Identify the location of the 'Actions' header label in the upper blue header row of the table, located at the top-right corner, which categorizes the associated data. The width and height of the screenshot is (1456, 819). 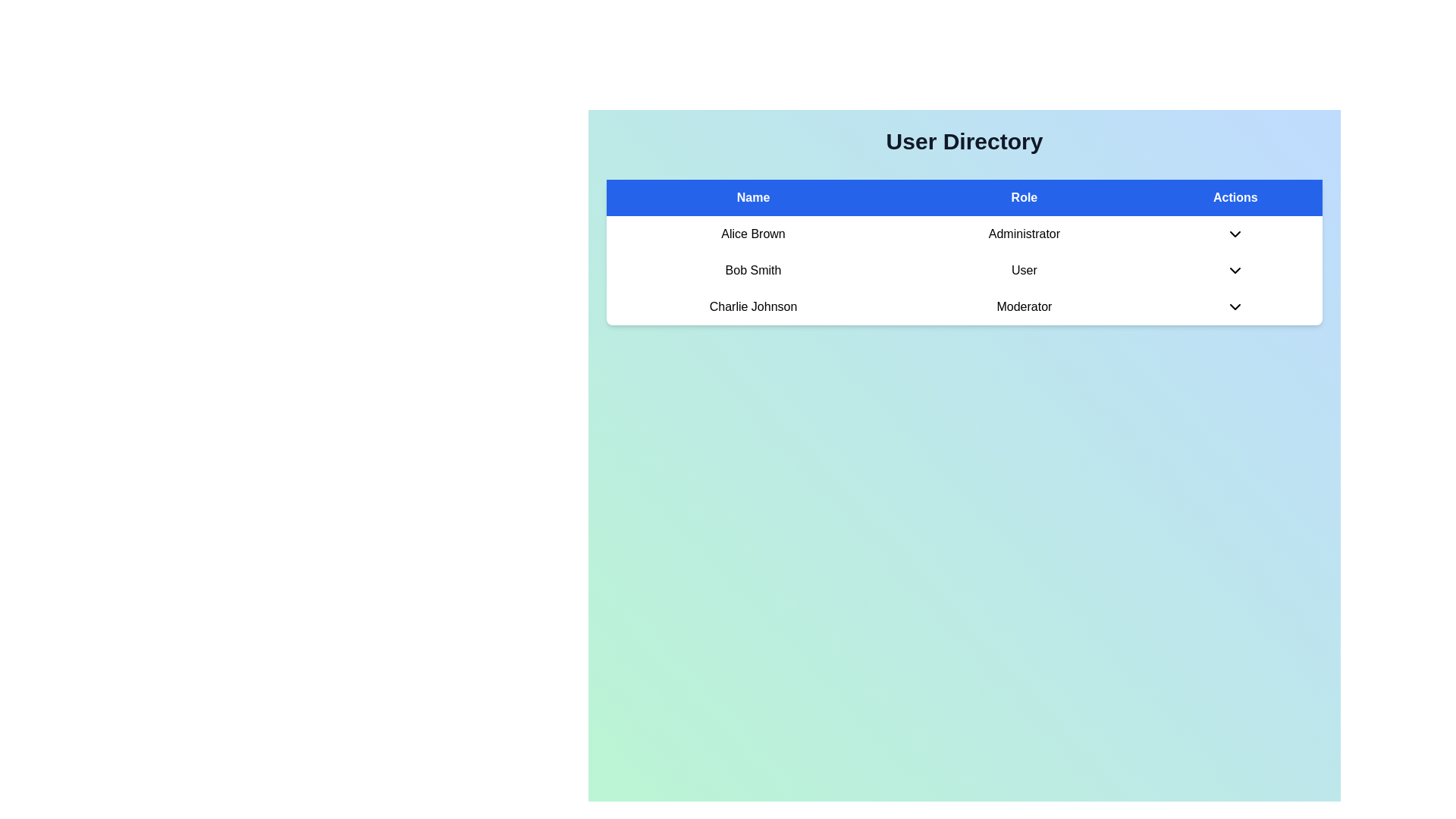
(1235, 197).